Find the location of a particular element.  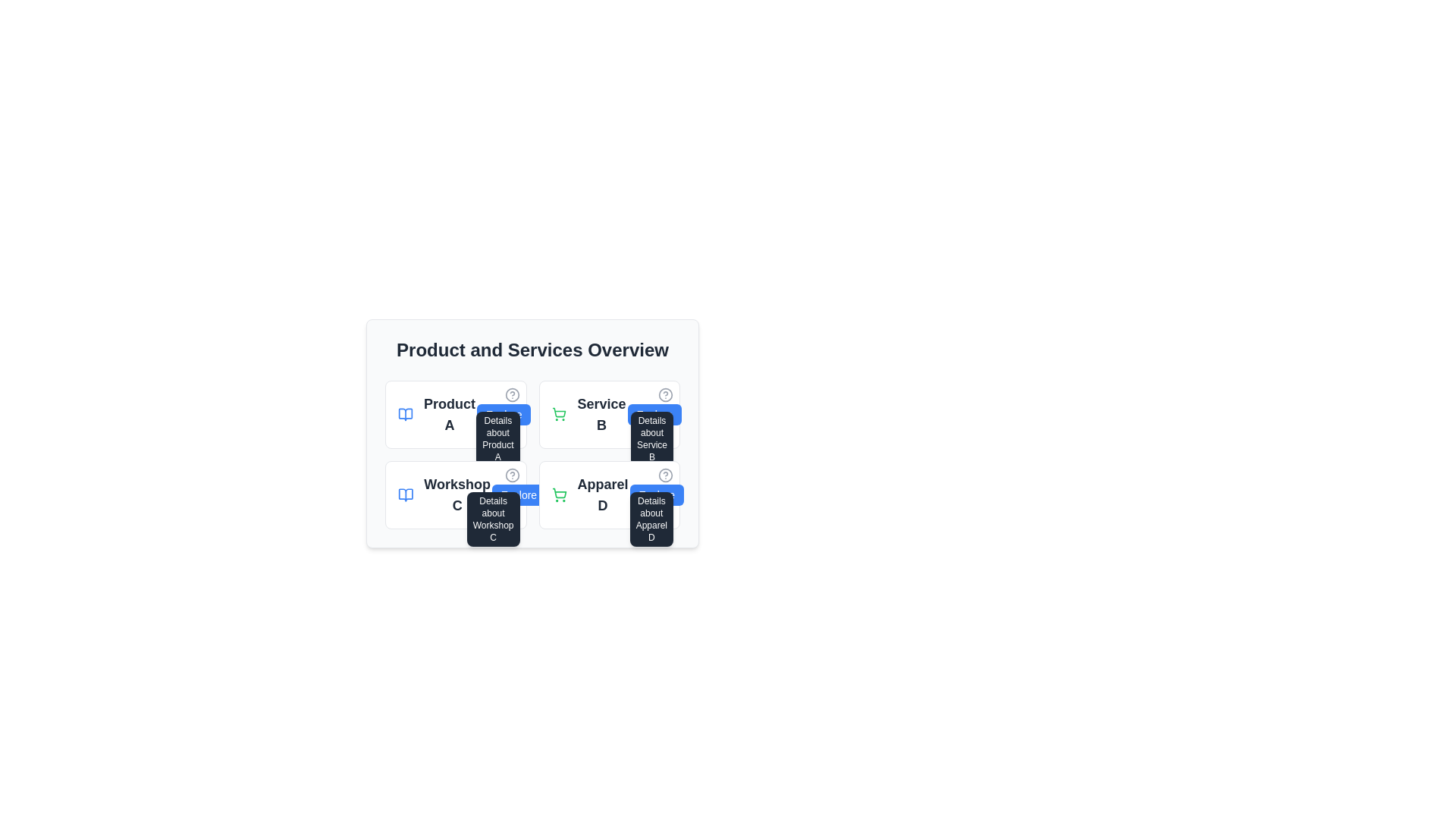

the green shopping cart icon located to the left of the 'Service B' title in the Informational Panel is located at coordinates (609, 415).